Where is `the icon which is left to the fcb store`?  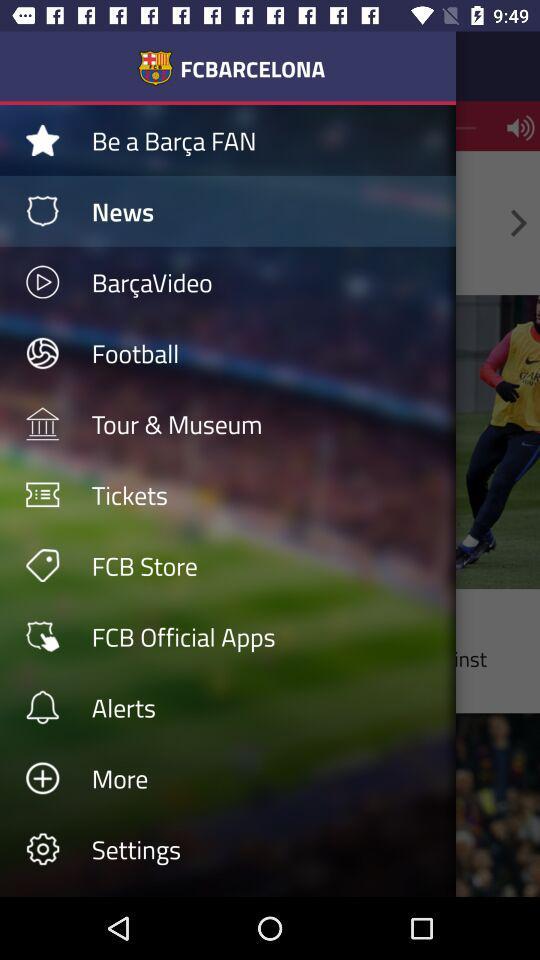 the icon which is left to the fcb store is located at coordinates (42, 565).